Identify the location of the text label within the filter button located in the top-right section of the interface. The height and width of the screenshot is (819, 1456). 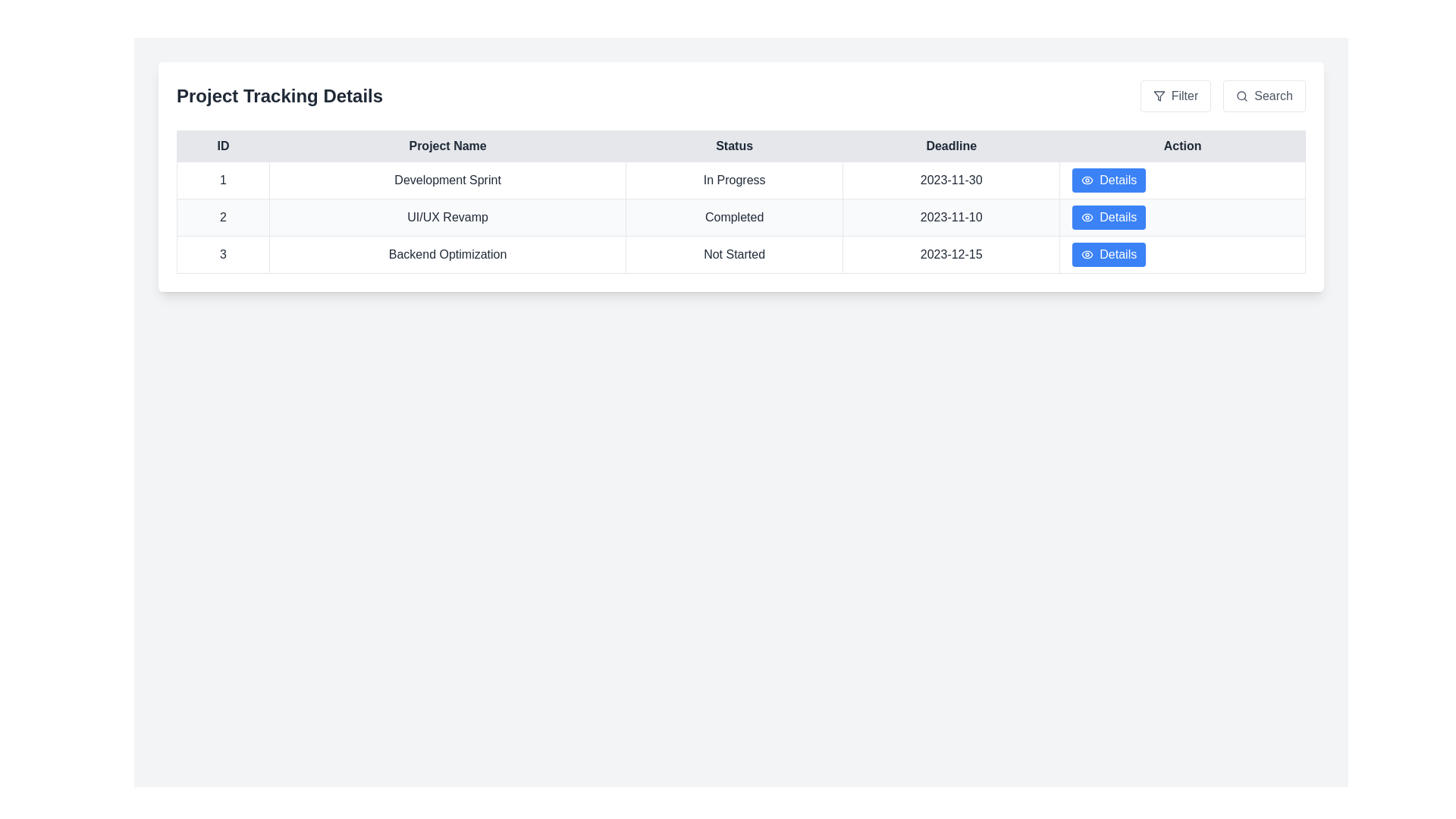
(1184, 96).